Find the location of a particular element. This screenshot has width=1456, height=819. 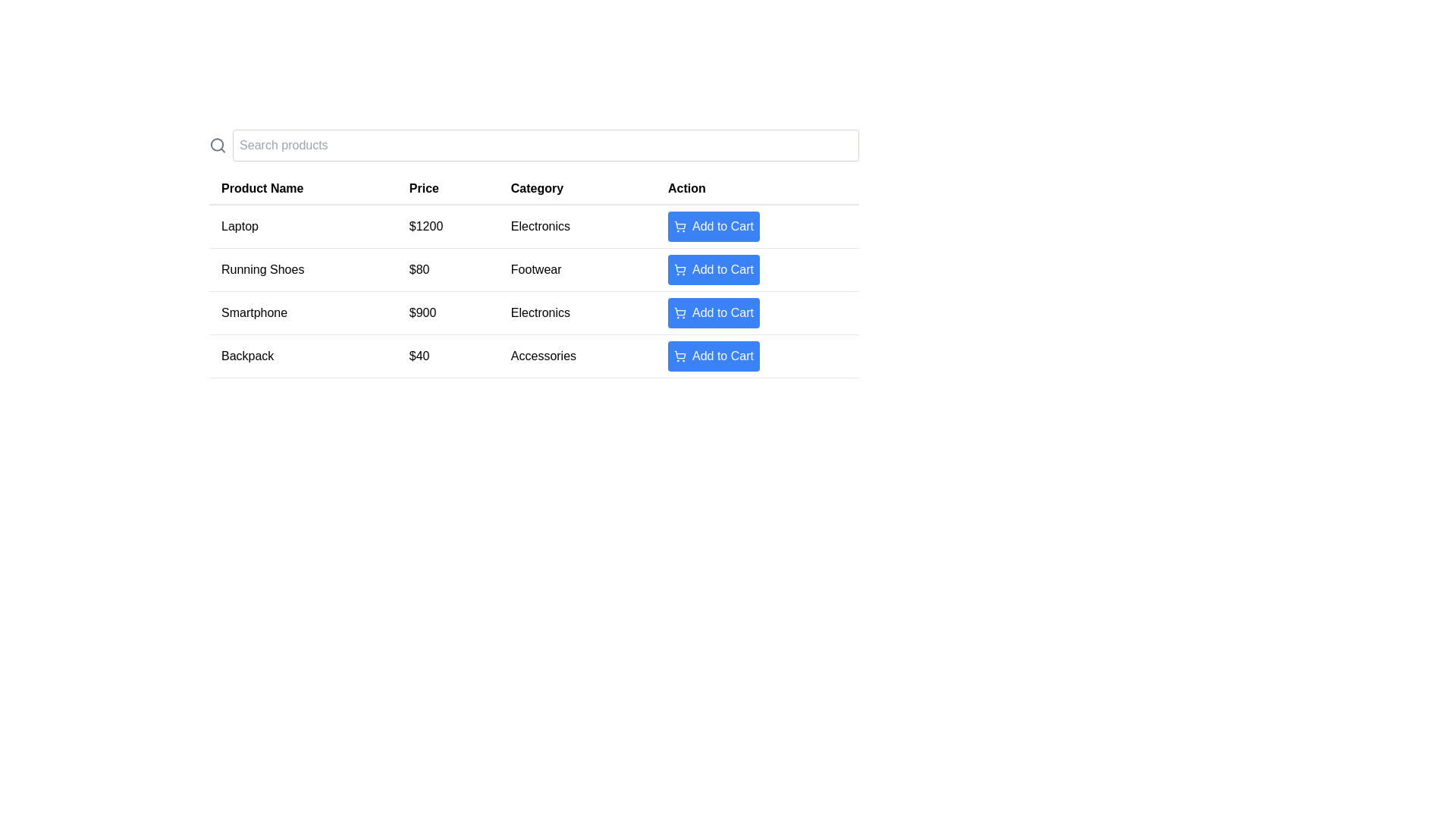

the blue 'Add to Cart' button with white text and a shopping cart icon, located in the second row of the table's 'Action' column, aligned with 'Footwear' and priced at '$80' is located at coordinates (757, 268).